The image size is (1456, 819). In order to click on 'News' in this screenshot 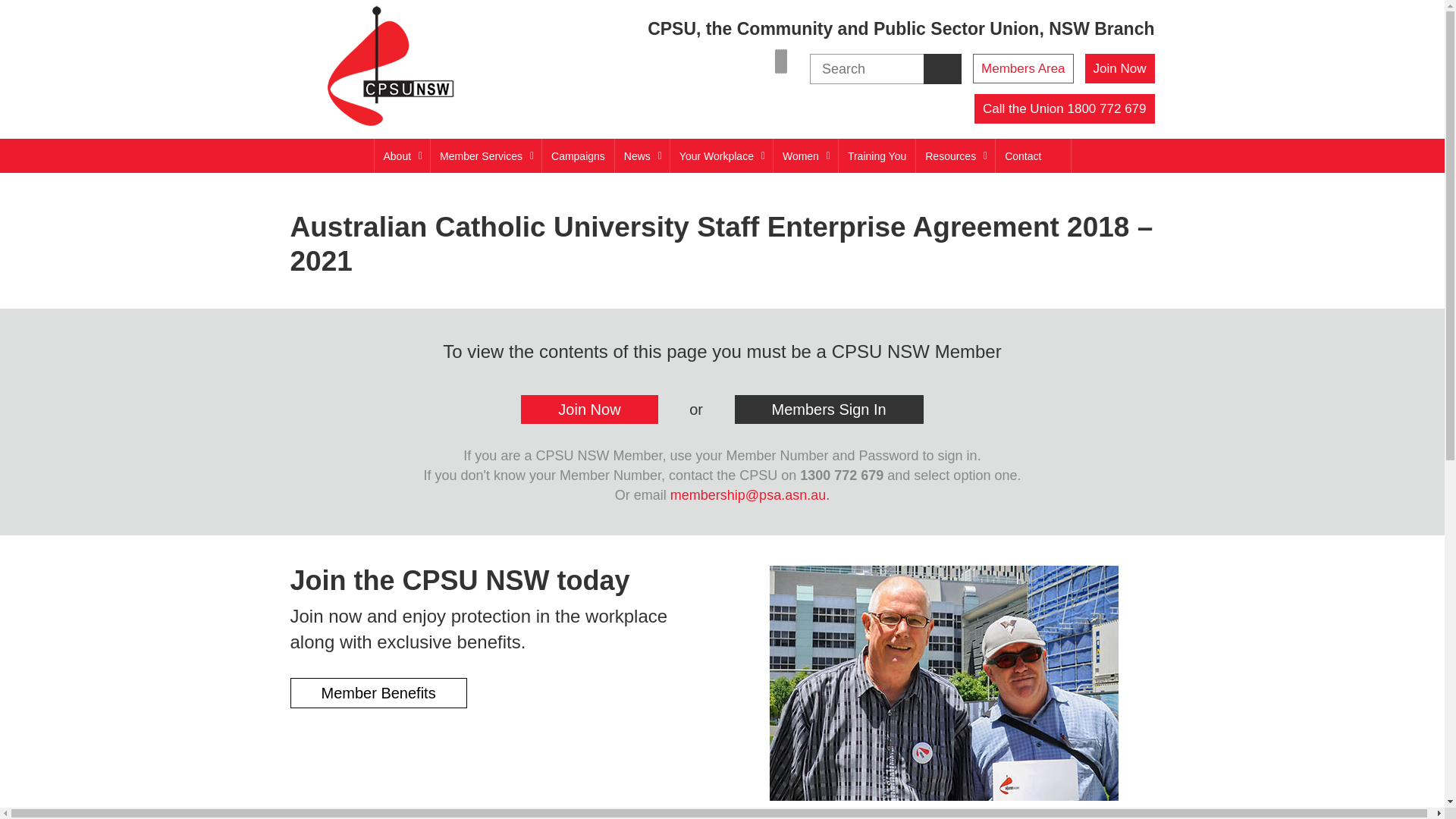, I will do `click(642, 155)`.